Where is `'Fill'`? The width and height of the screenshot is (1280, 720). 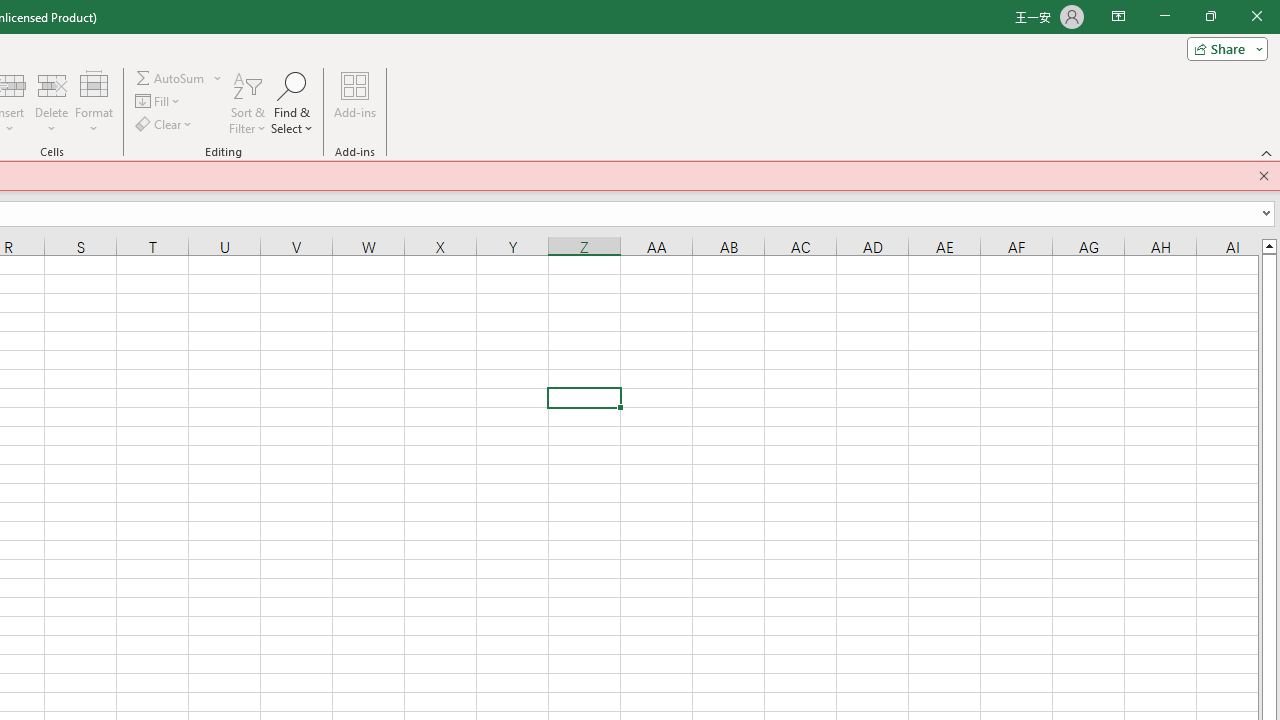 'Fill' is located at coordinates (158, 101).